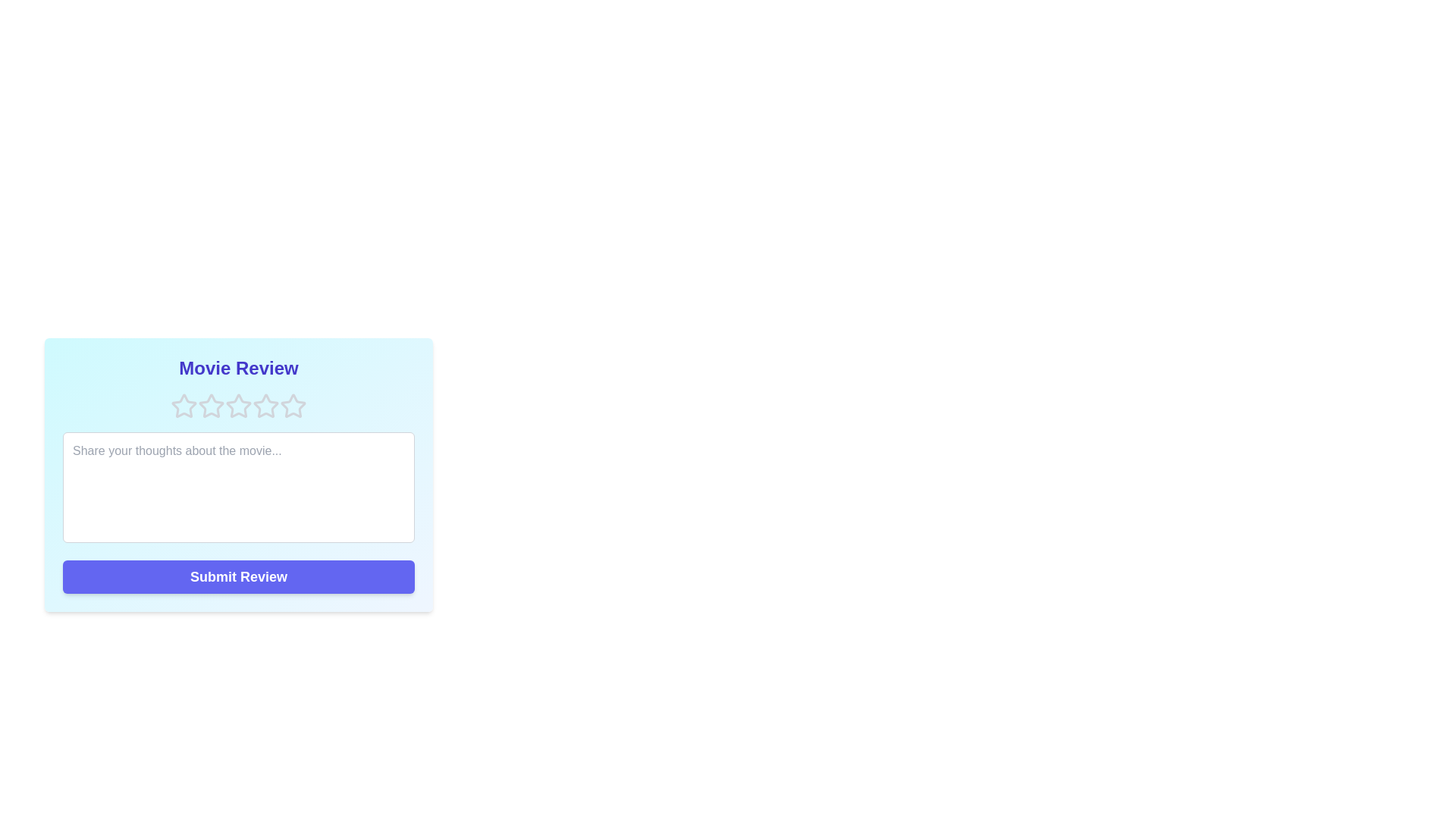 Image resolution: width=1456 pixels, height=819 pixels. I want to click on the 'Movie Review' title to select it, so click(238, 369).